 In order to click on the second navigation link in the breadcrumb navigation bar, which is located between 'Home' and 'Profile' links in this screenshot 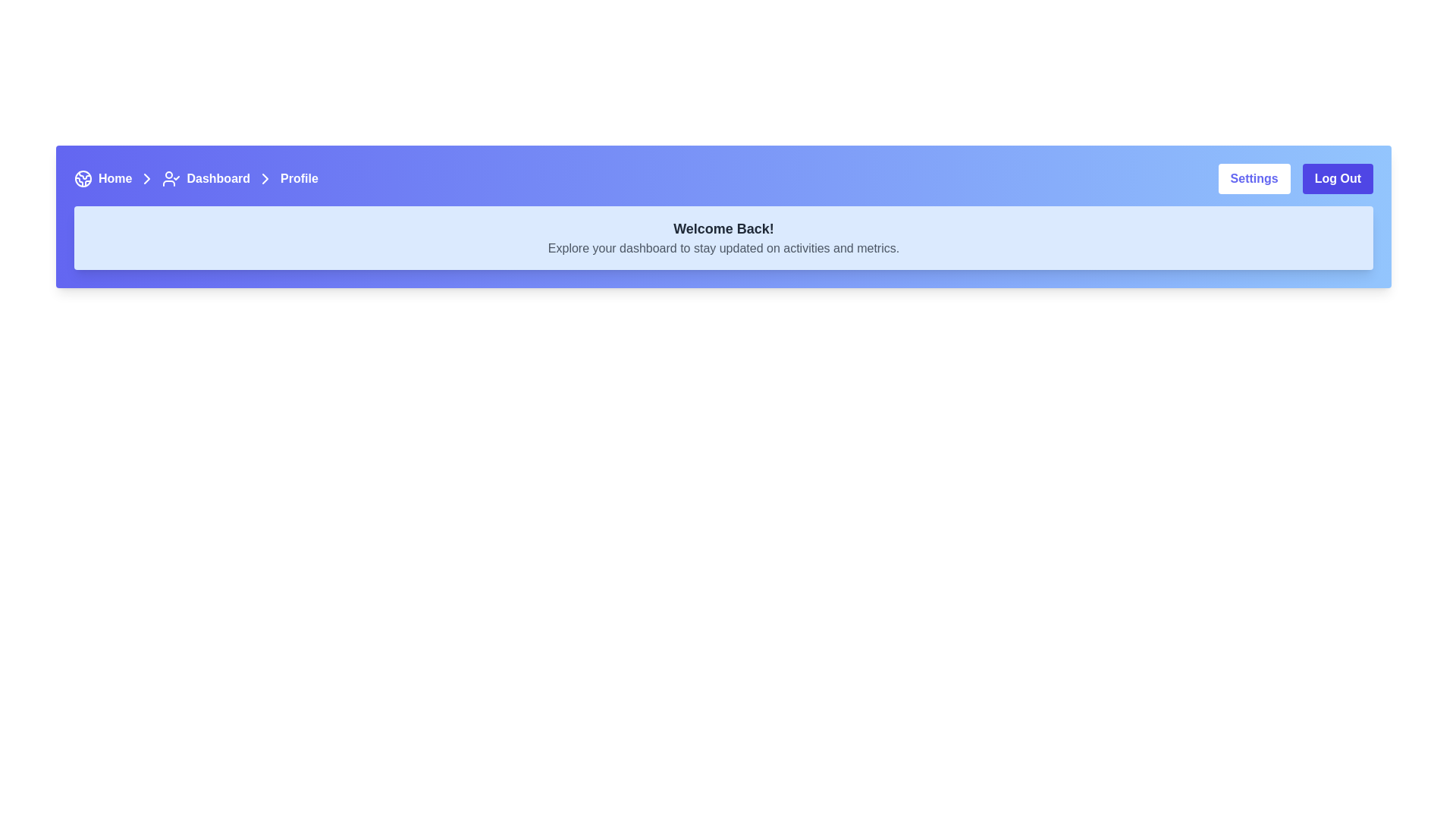, I will do `click(206, 177)`.